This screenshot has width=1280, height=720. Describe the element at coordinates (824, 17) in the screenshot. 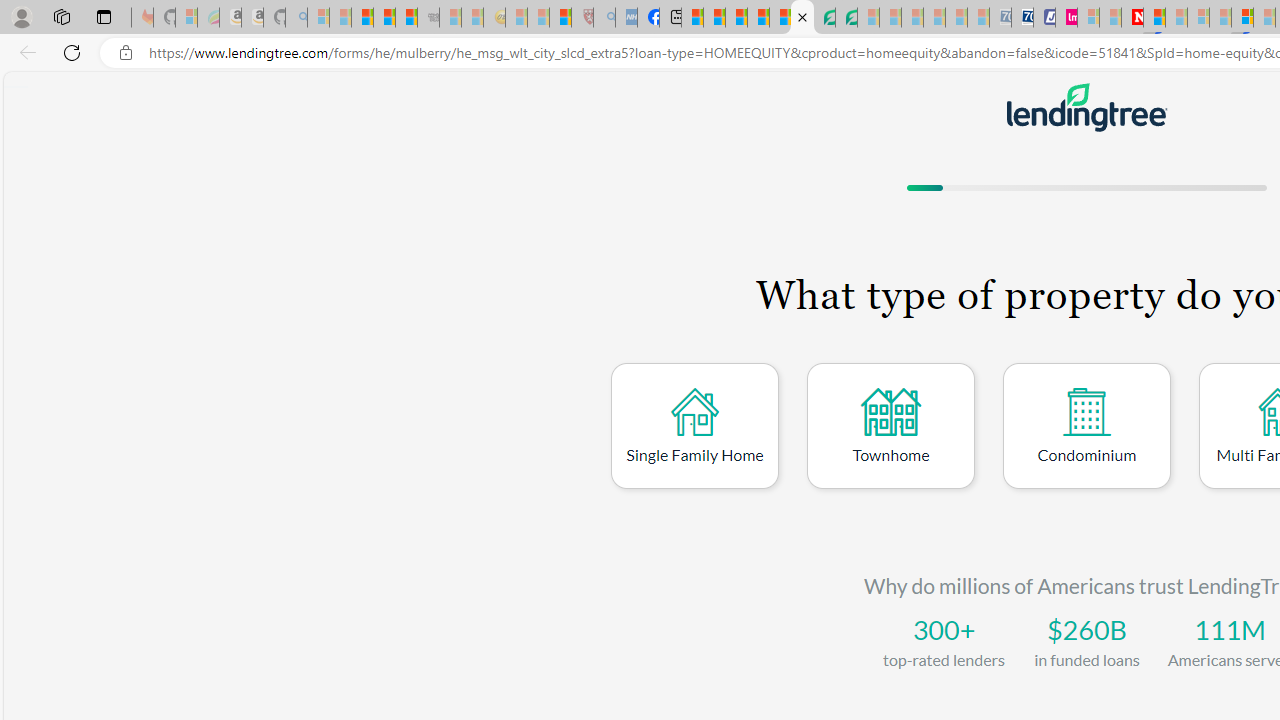

I see `'Terms of Use Agreement'` at that location.